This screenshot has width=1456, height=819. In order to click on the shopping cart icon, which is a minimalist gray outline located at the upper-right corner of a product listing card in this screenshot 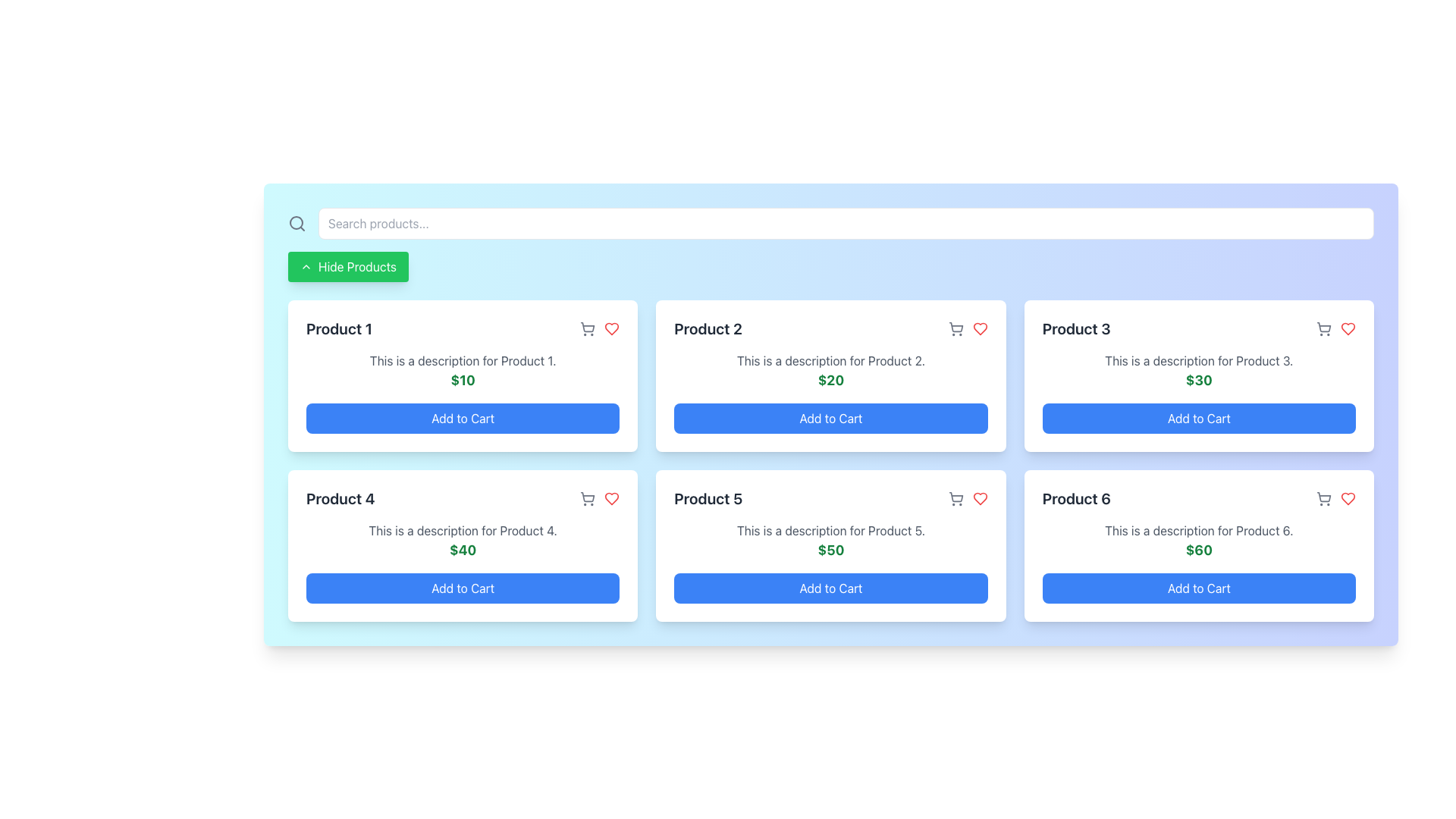, I will do `click(587, 499)`.